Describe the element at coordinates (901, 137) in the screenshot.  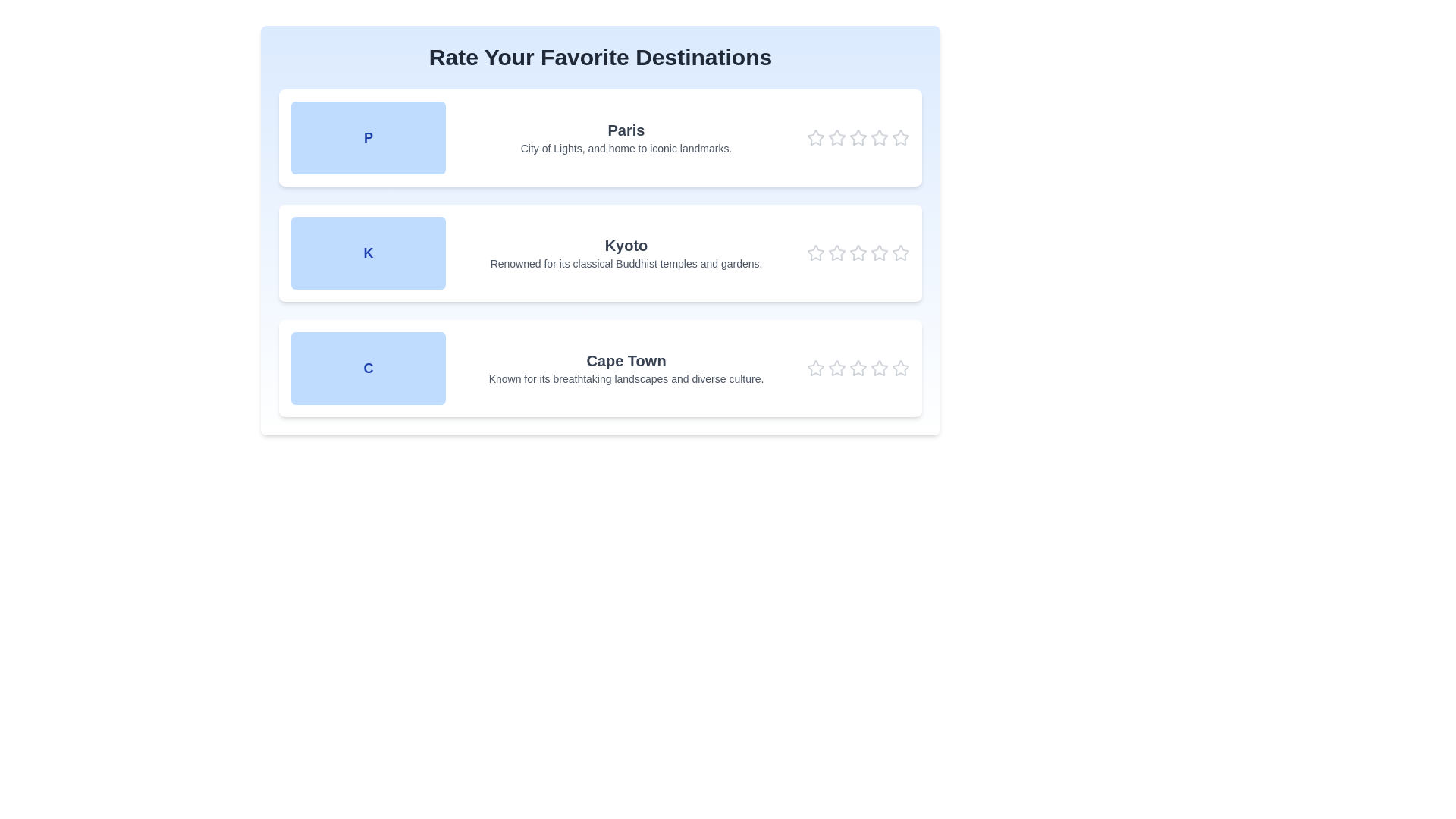
I see `keyboard navigation` at that location.